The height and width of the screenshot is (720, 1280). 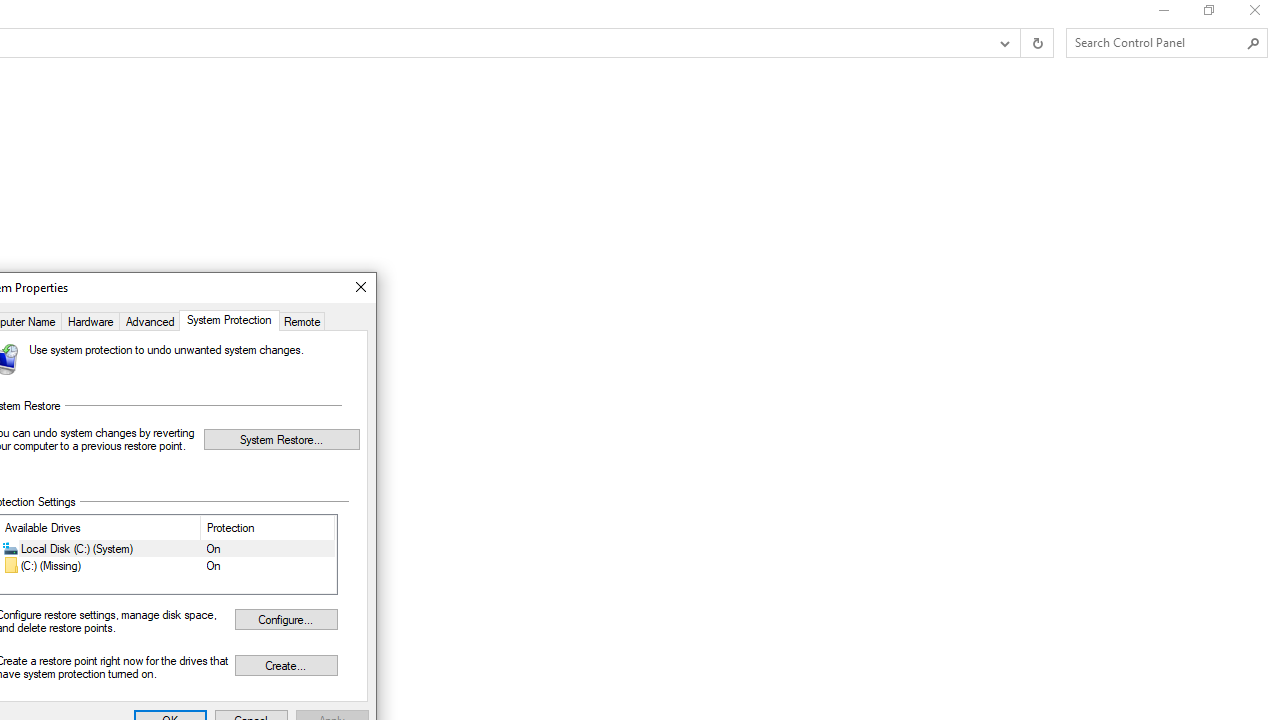 I want to click on 'System Protection', so click(x=229, y=319).